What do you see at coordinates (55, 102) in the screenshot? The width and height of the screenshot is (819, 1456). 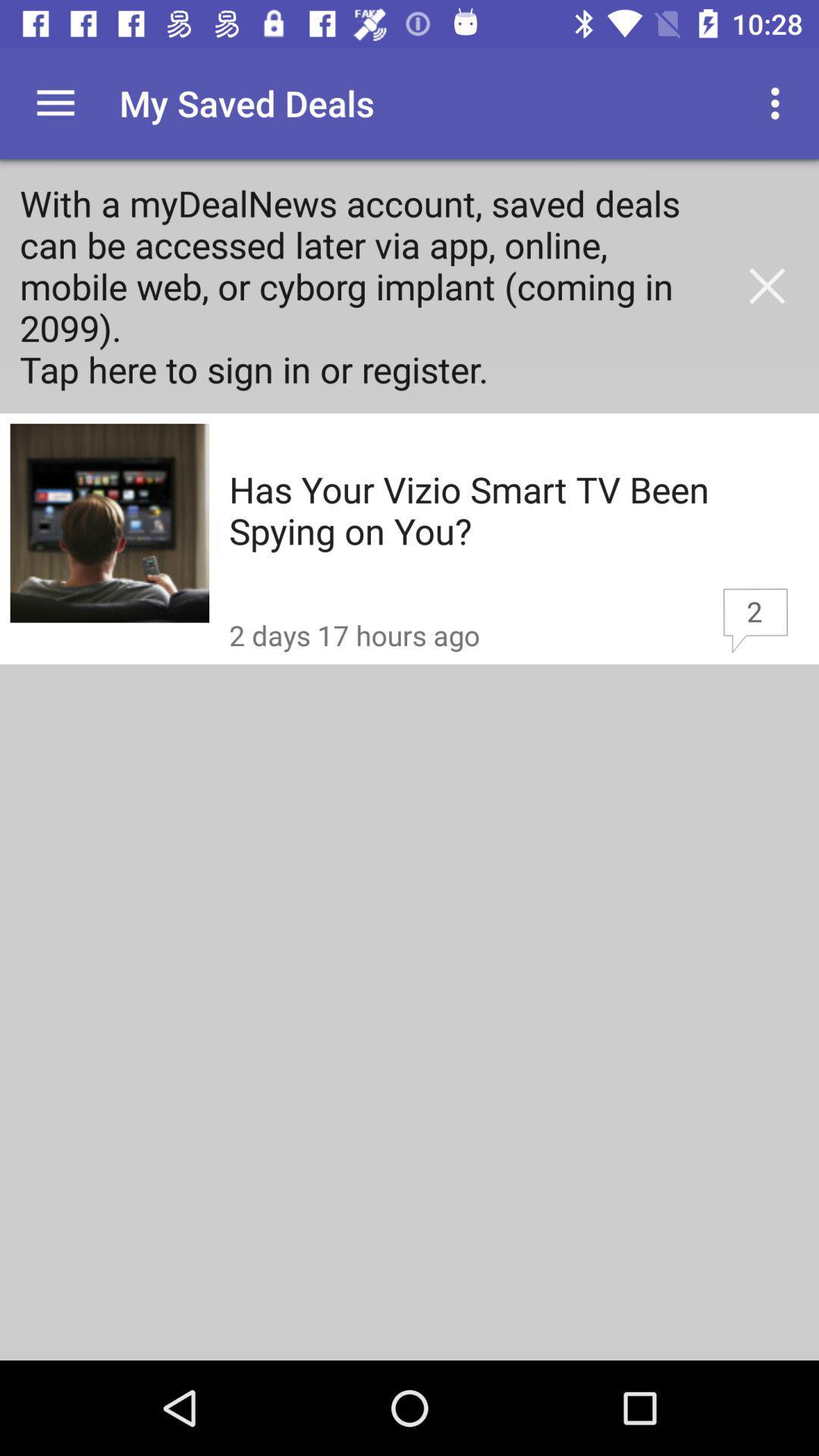 I see `menu for more options` at bounding box center [55, 102].